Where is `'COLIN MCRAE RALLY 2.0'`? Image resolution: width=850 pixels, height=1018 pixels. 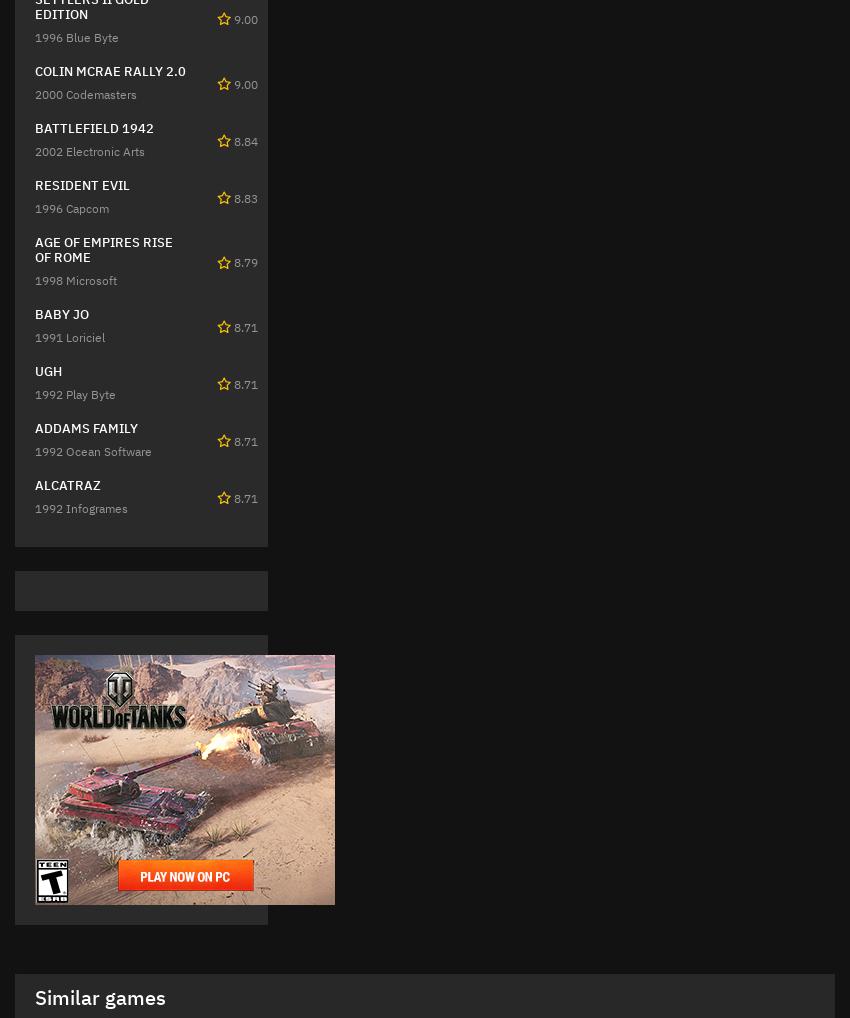 'COLIN MCRAE RALLY 2.0' is located at coordinates (109, 70).